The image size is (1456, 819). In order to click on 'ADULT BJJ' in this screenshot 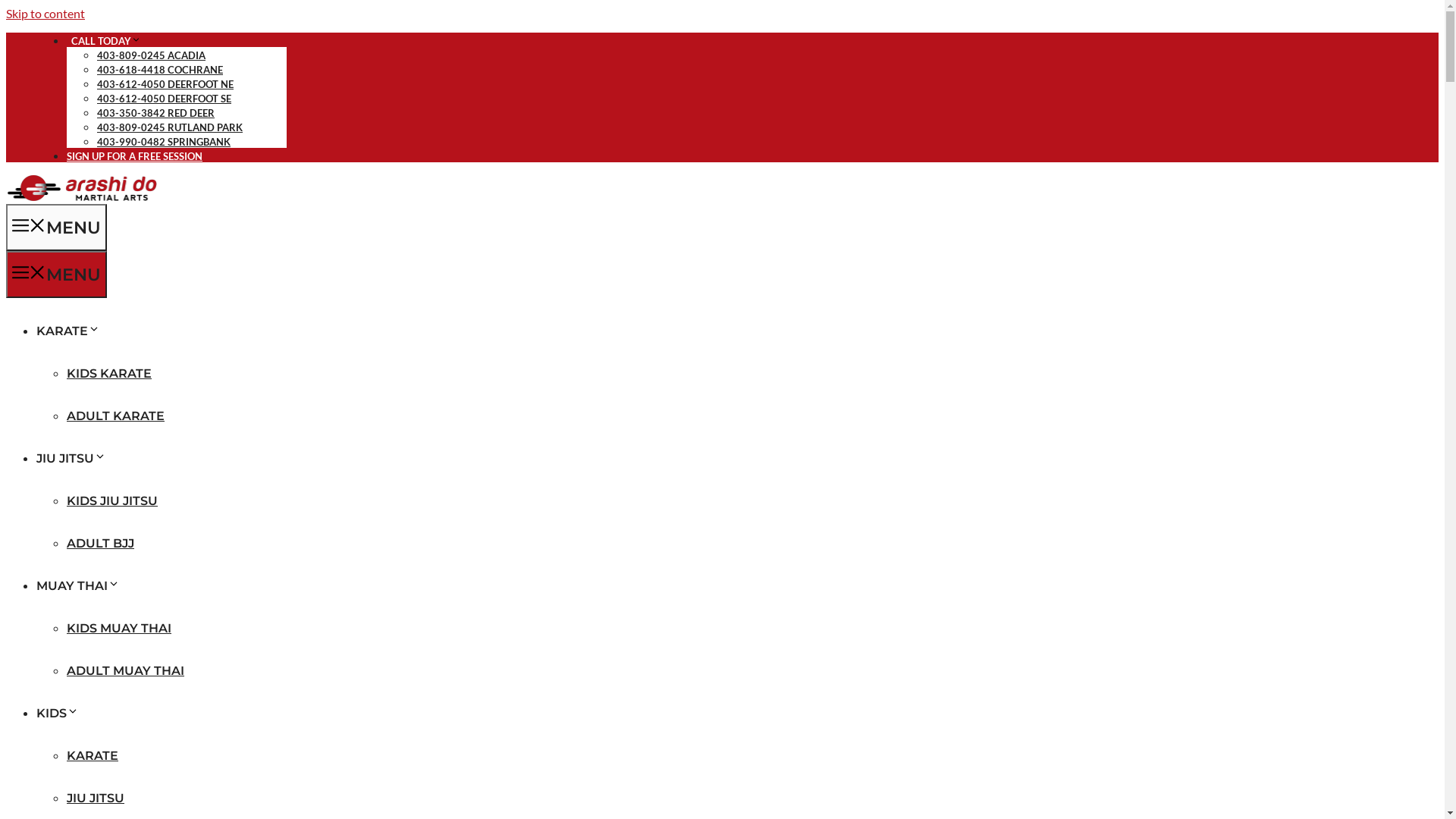, I will do `click(99, 542)`.